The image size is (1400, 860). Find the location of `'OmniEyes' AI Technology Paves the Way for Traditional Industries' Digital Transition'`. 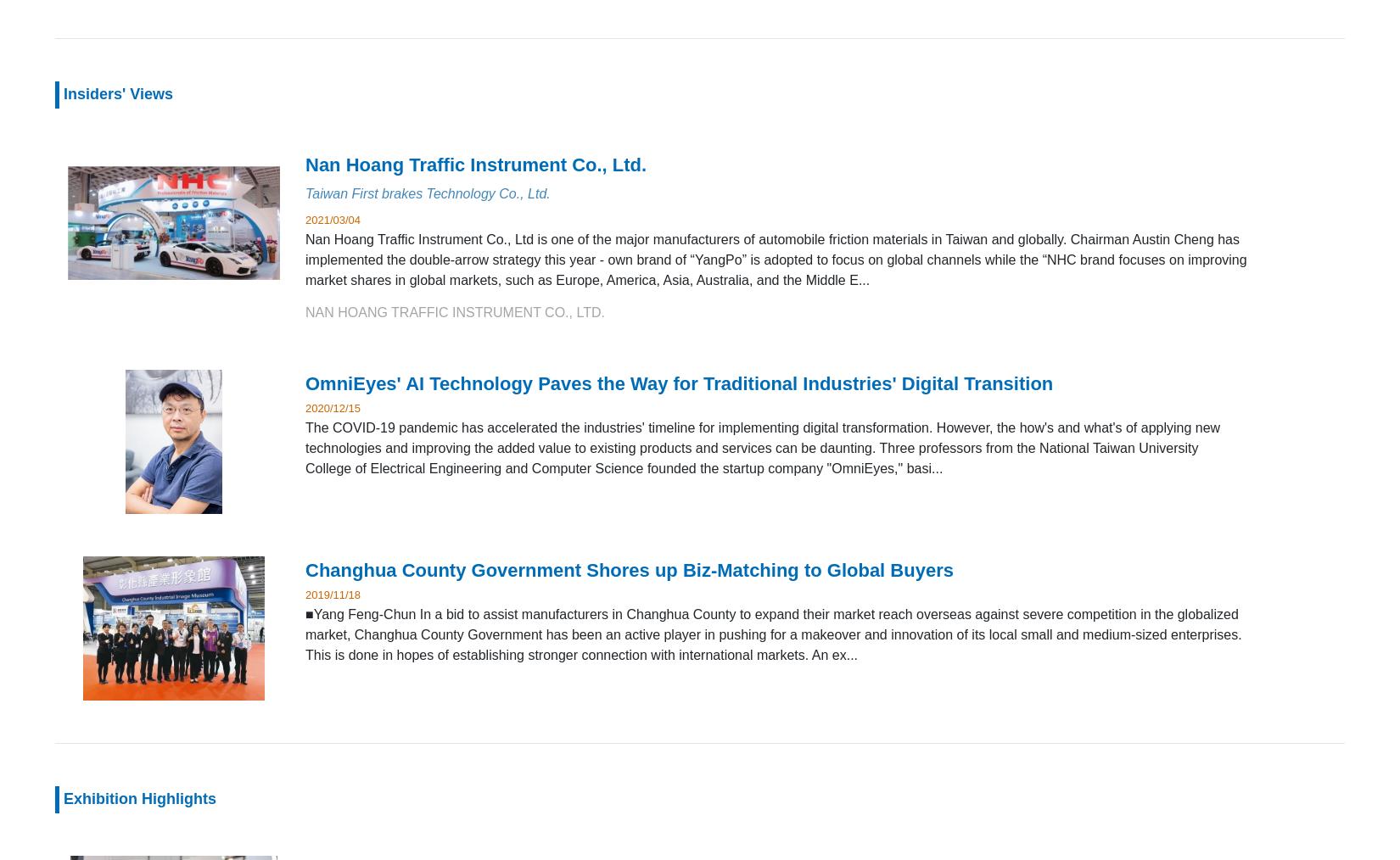

'OmniEyes' AI Technology Paves the Way for Traditional Industries' Digital Transition' is located at coordinates (305, 383).